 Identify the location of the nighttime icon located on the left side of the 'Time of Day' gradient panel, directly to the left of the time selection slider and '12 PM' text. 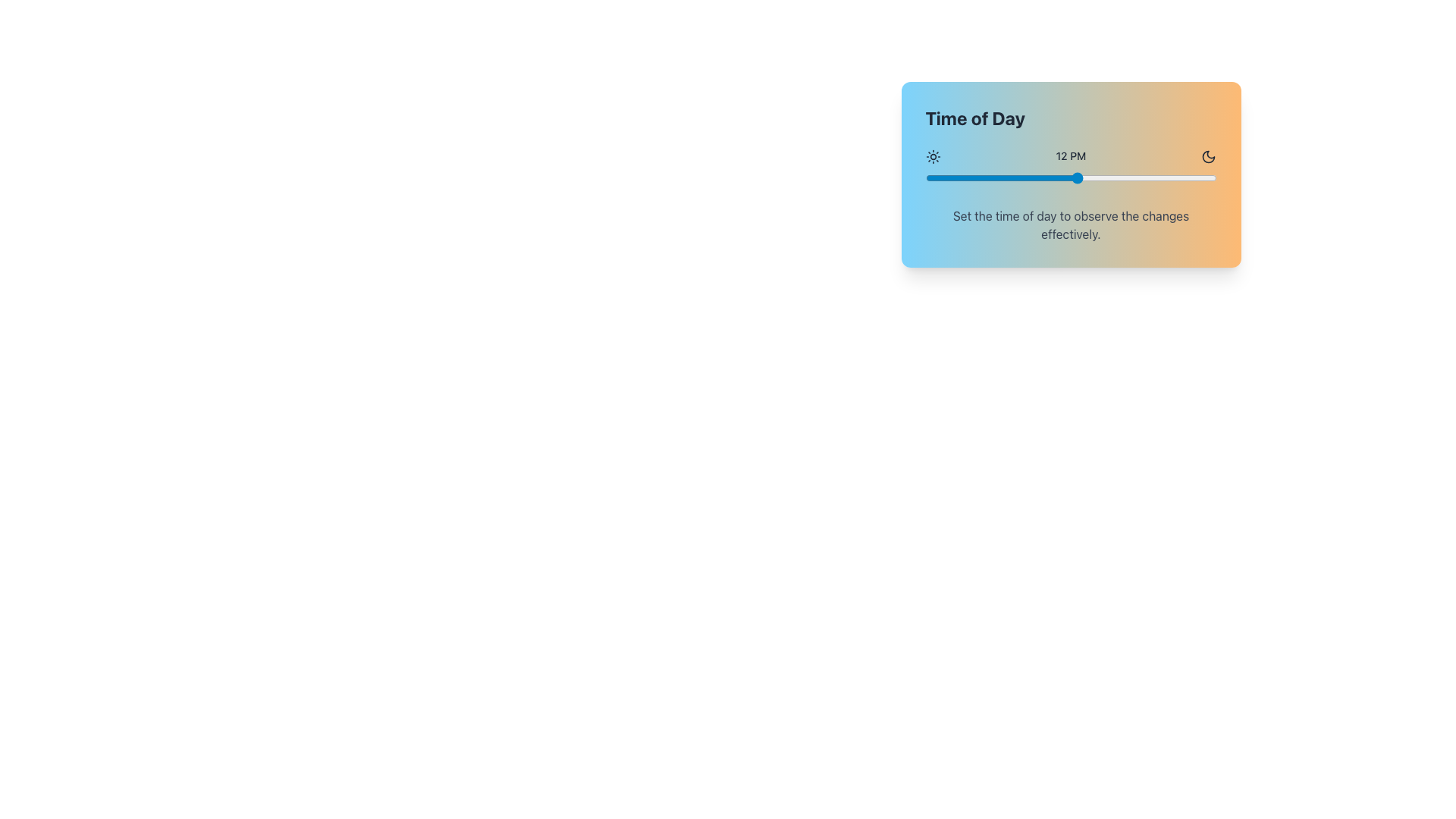
(1208, 157).